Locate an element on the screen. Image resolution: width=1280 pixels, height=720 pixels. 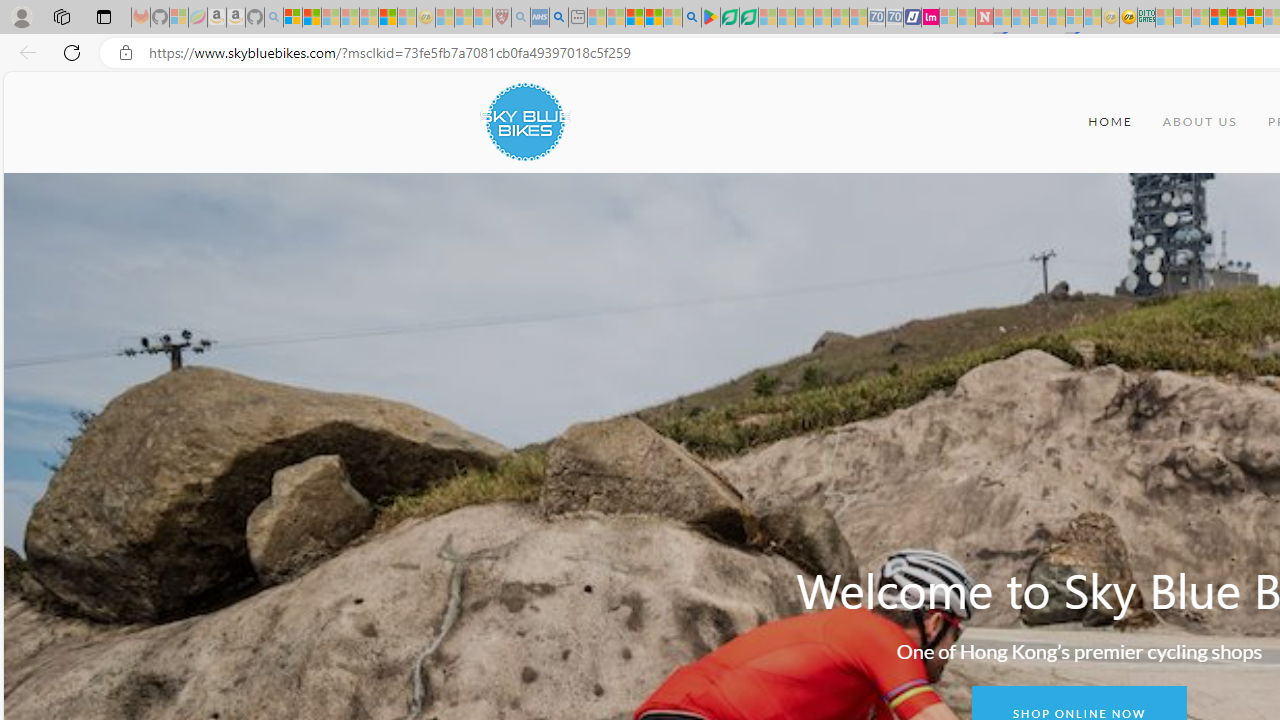
'Local - MSN - Sleeping' is located at coordinates (482, 17).